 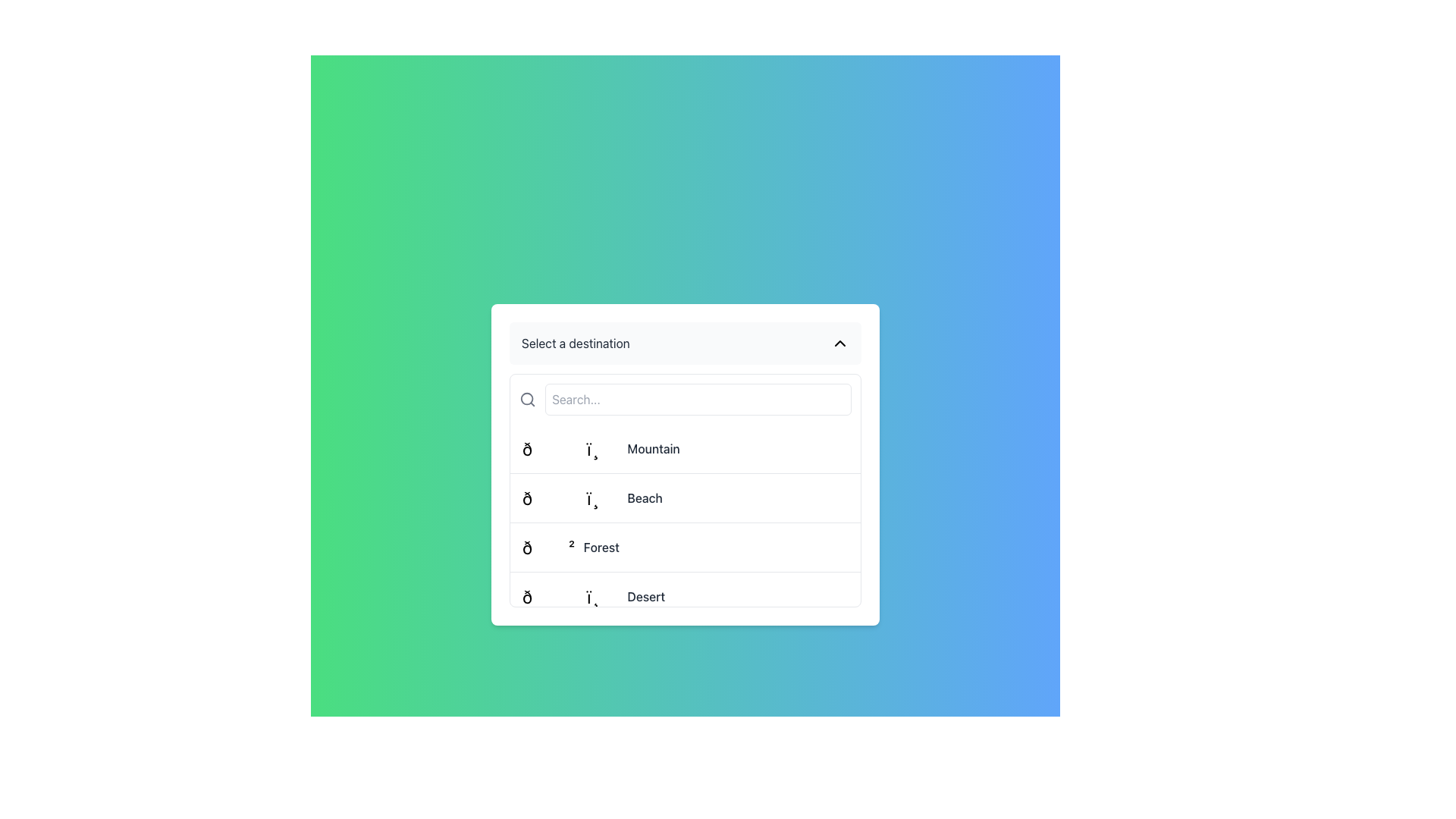 I want to click on an item in the Options List, which is a rectangular section containing four vertically stacked items, so click(x=684, y=491).